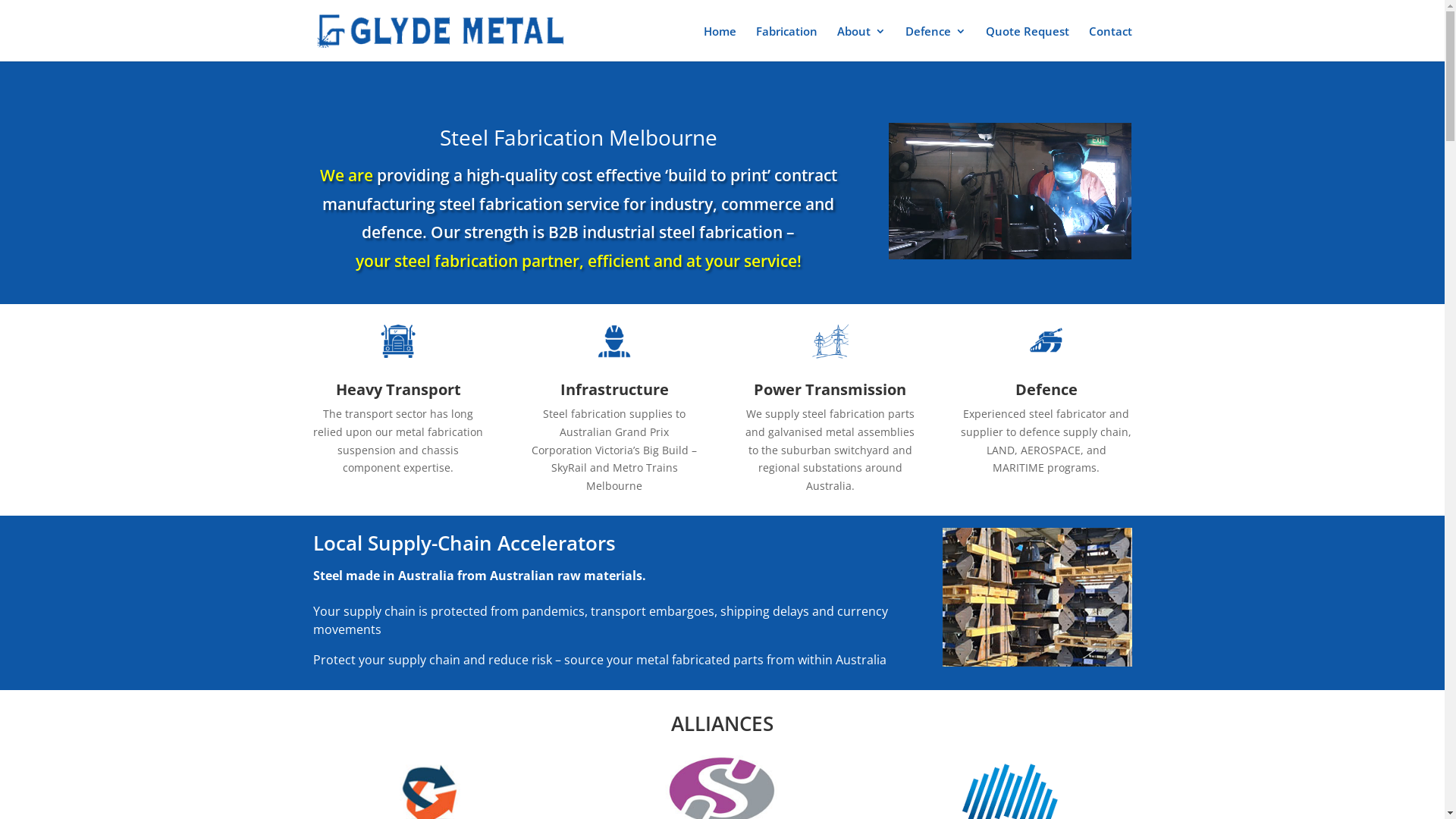 The height and width of the screenshot is (819, 1456). What do you see at coordinates (1110, 42) in the screenshot?
I see `'Contact'` at bounding box center [1110, 42].